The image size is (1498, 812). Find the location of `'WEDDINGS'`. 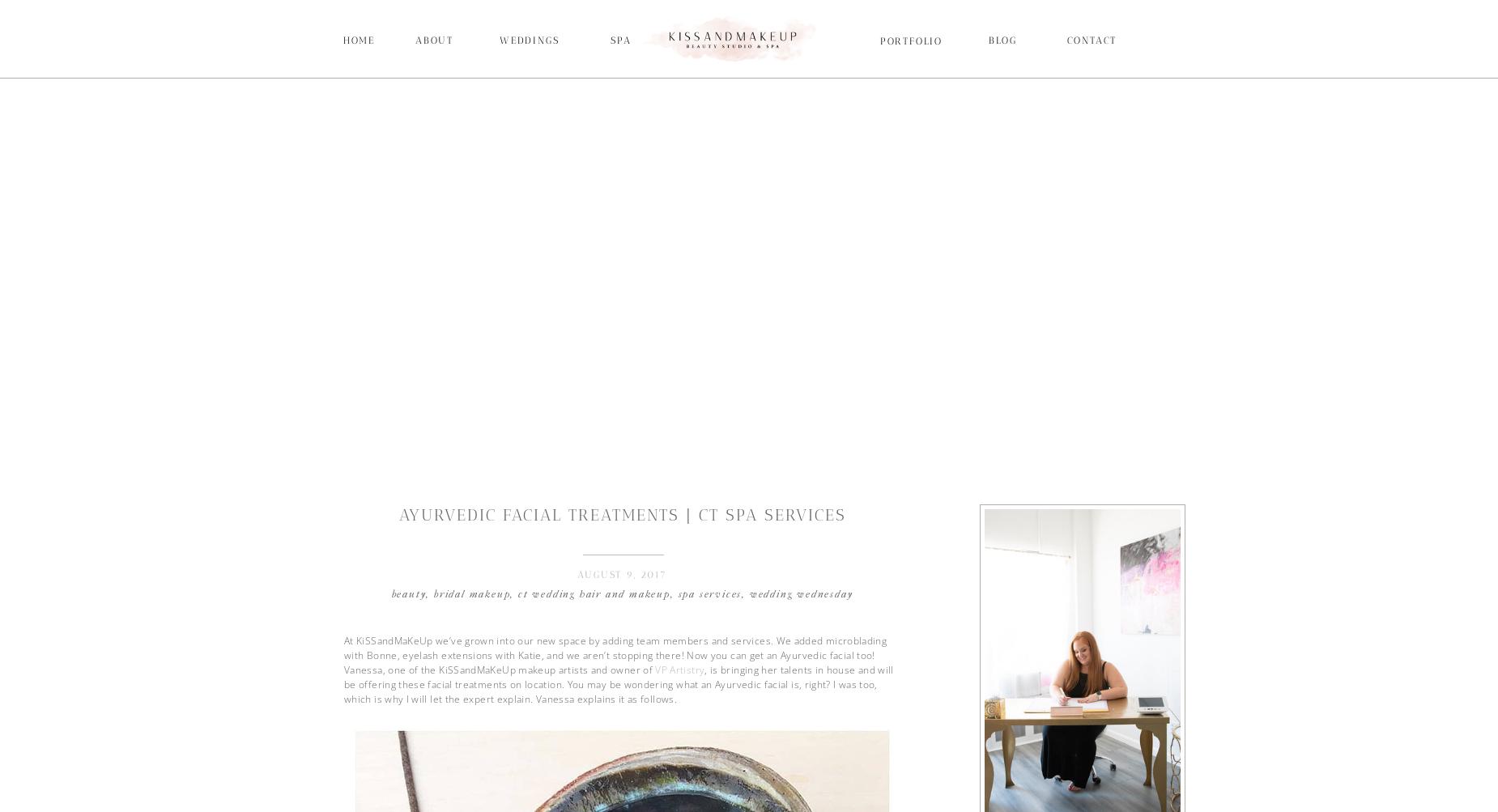

'WEDDINGS' is located at coordinates (529, 40).